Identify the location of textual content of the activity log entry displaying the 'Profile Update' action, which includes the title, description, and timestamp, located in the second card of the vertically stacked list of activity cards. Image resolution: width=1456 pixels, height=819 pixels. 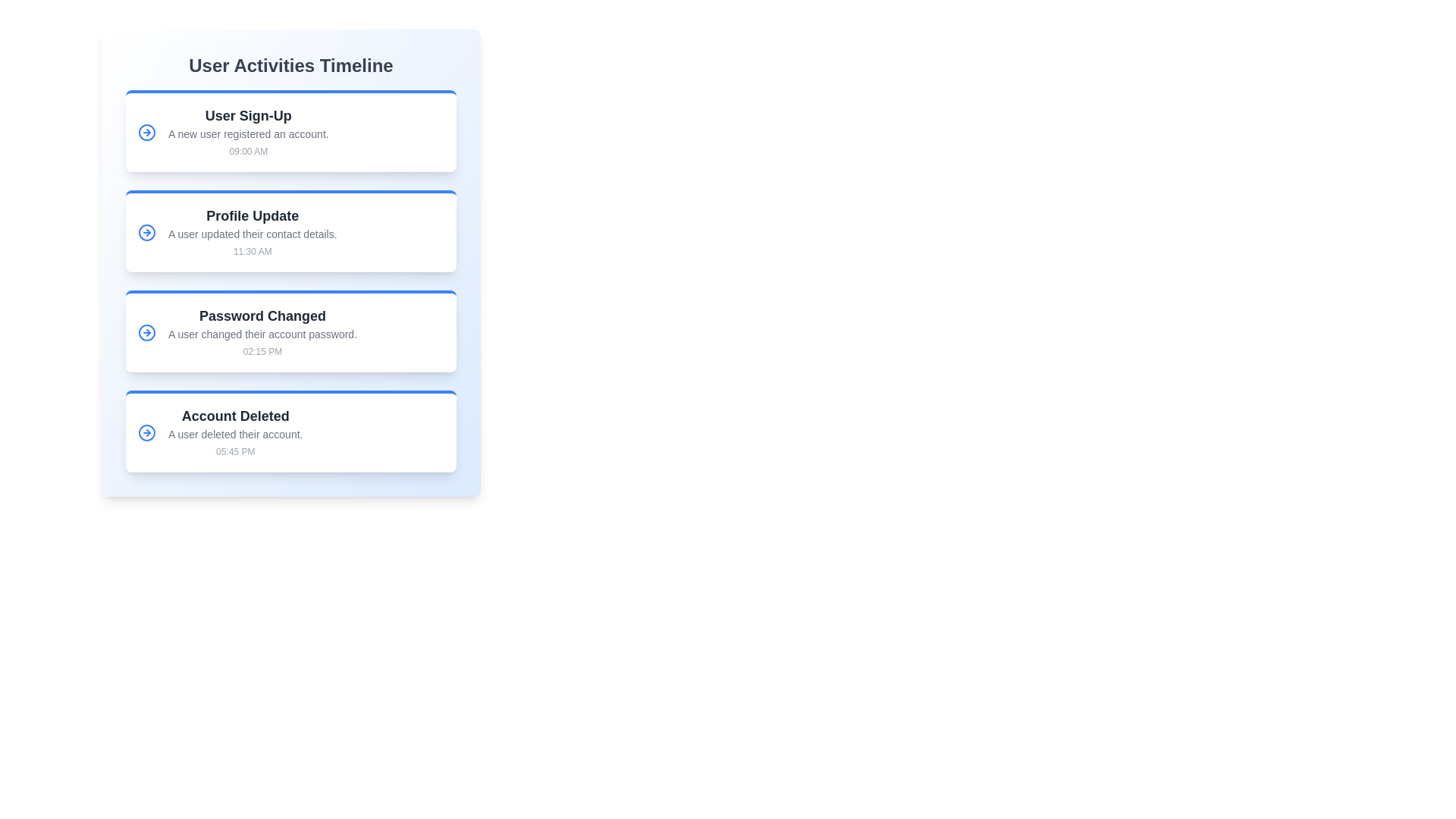
(253, 233).